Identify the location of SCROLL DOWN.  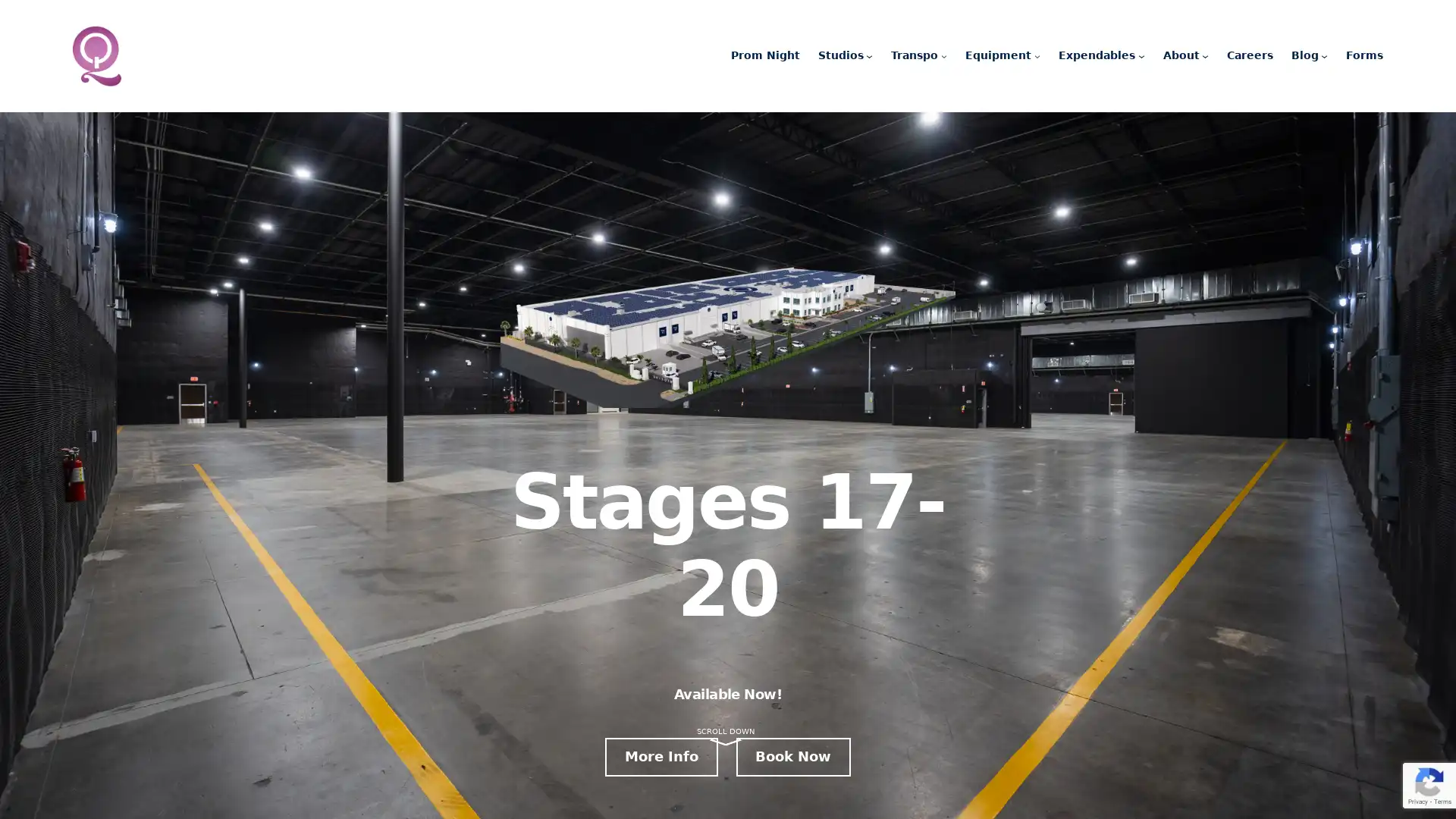
(724, 730).